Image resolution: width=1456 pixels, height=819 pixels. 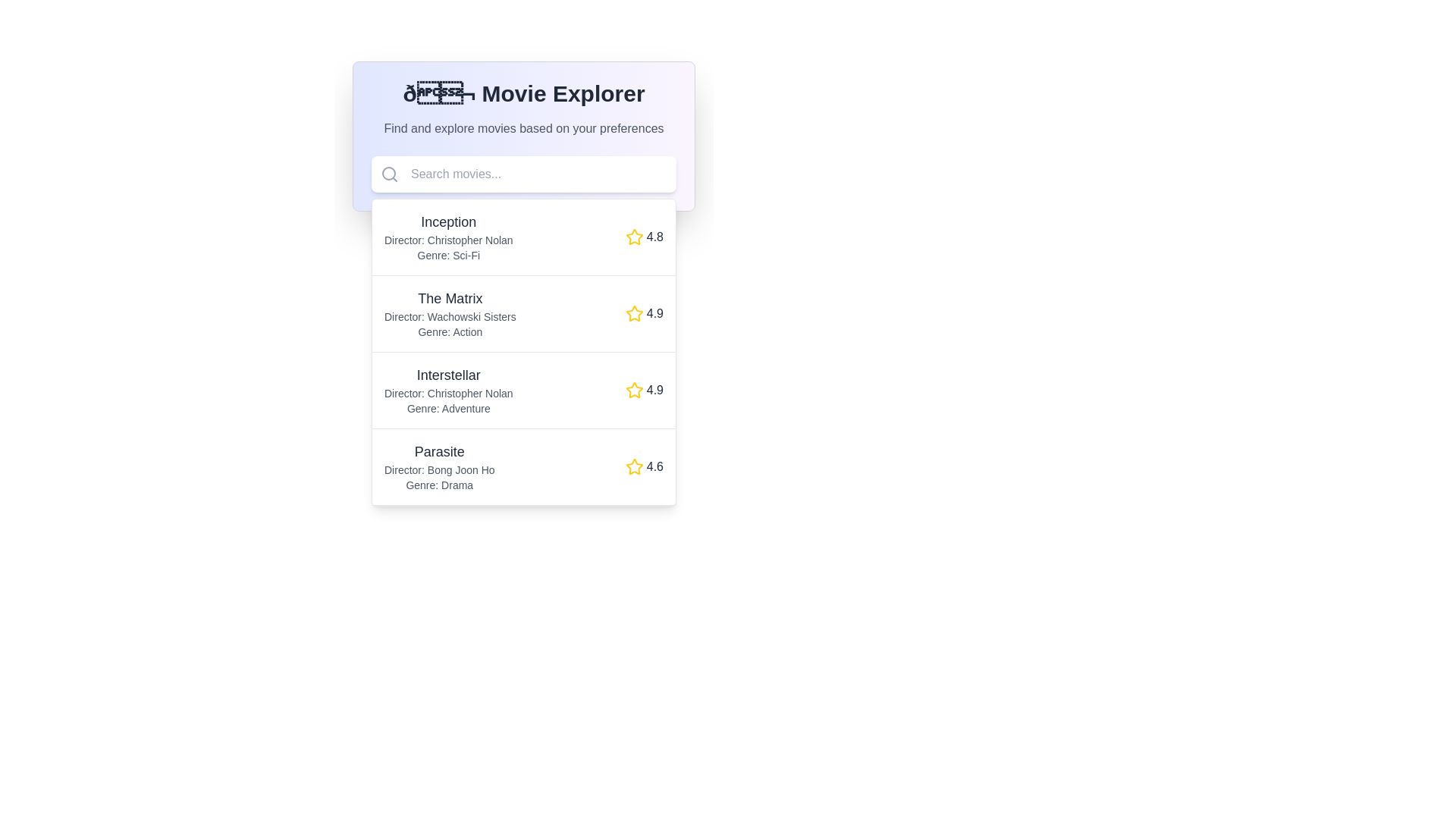 I want to click on the informational text block displaying the title, director's name, and genre of the movie 'Interstellar' in the 'Movie Explorer' interface, so click(x=447, y=390).